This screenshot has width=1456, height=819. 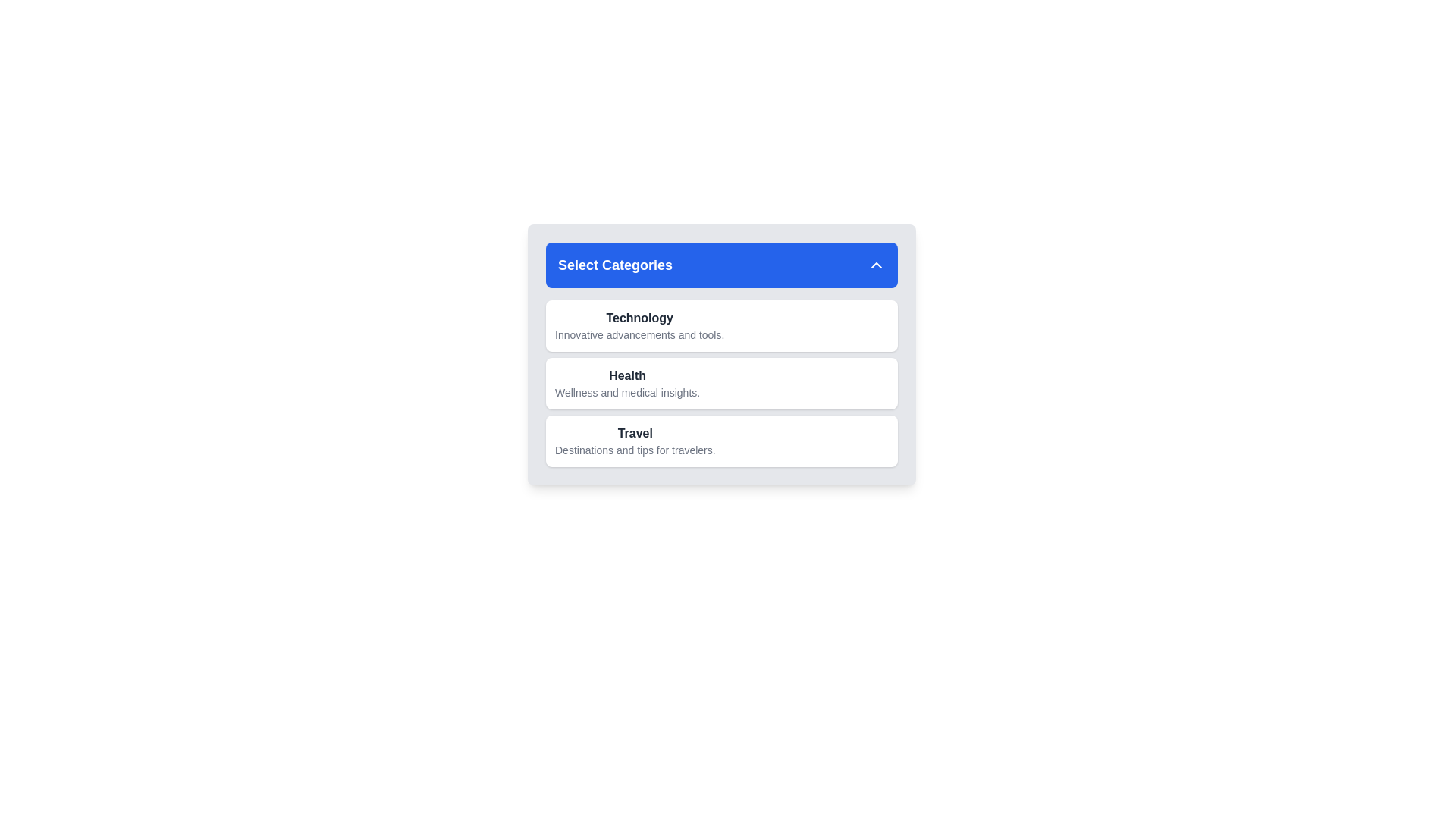 I want to click on the 'Technology' category selector card, which is the first item in the list under 'Select Categories', so click(x=639, y=325).